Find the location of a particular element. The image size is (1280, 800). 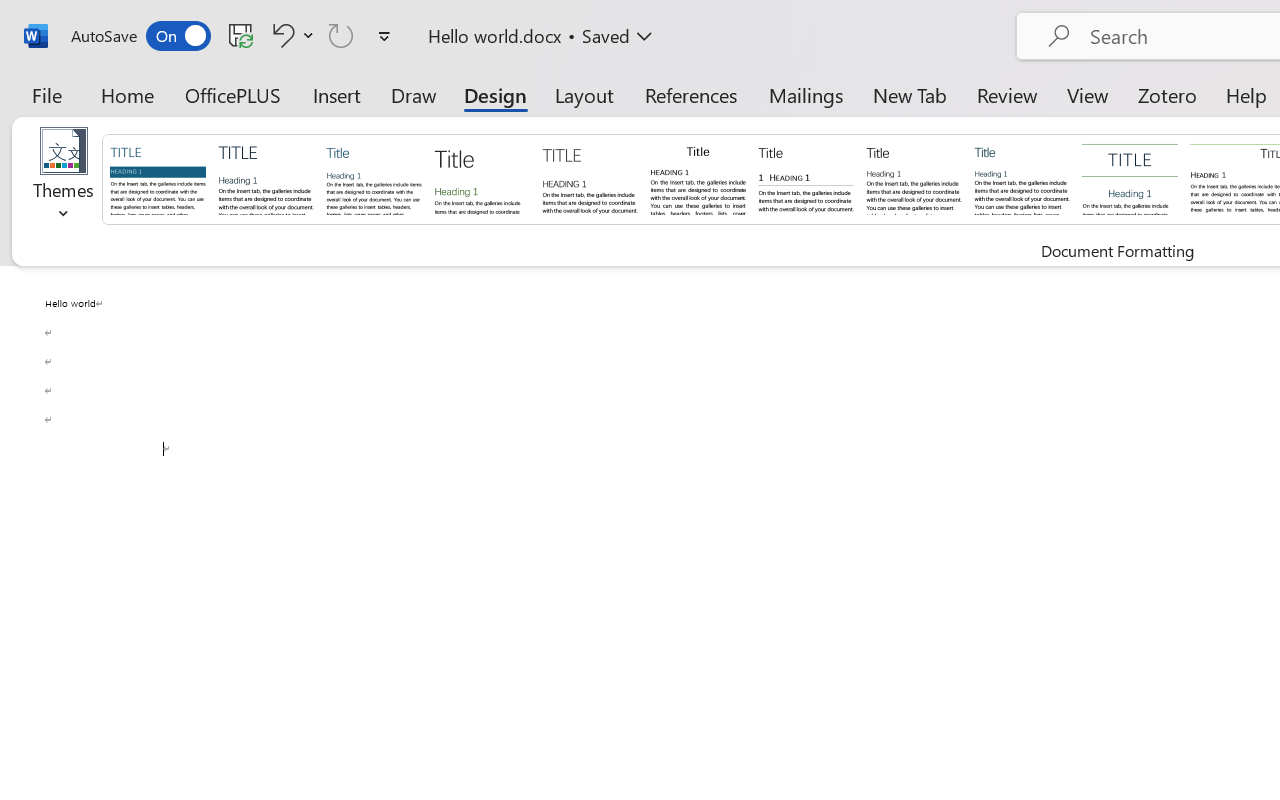

'OfficePLUS' is located at coordinates (233, 94).